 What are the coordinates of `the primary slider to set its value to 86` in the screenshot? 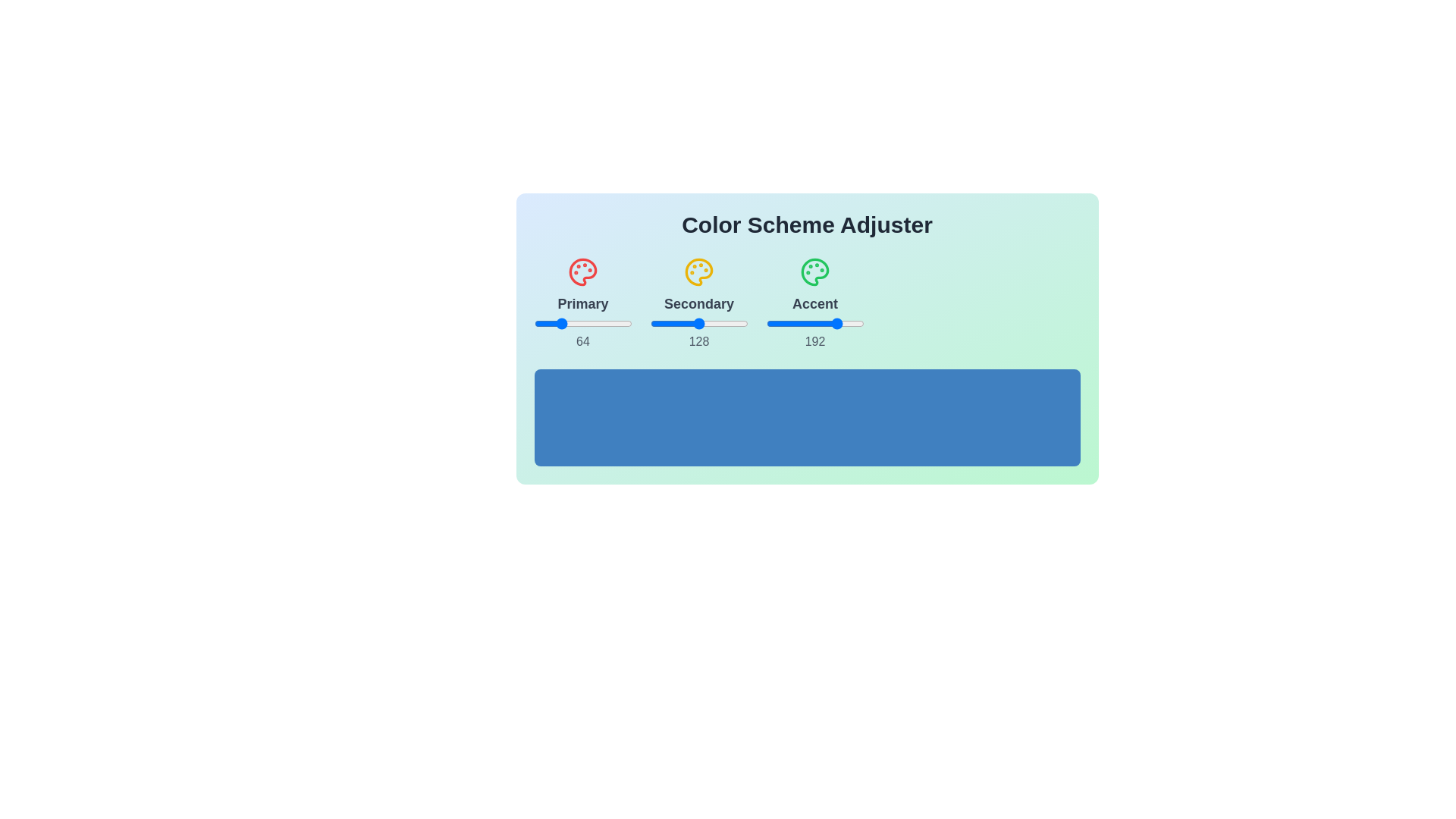 It's located at (566, 323).